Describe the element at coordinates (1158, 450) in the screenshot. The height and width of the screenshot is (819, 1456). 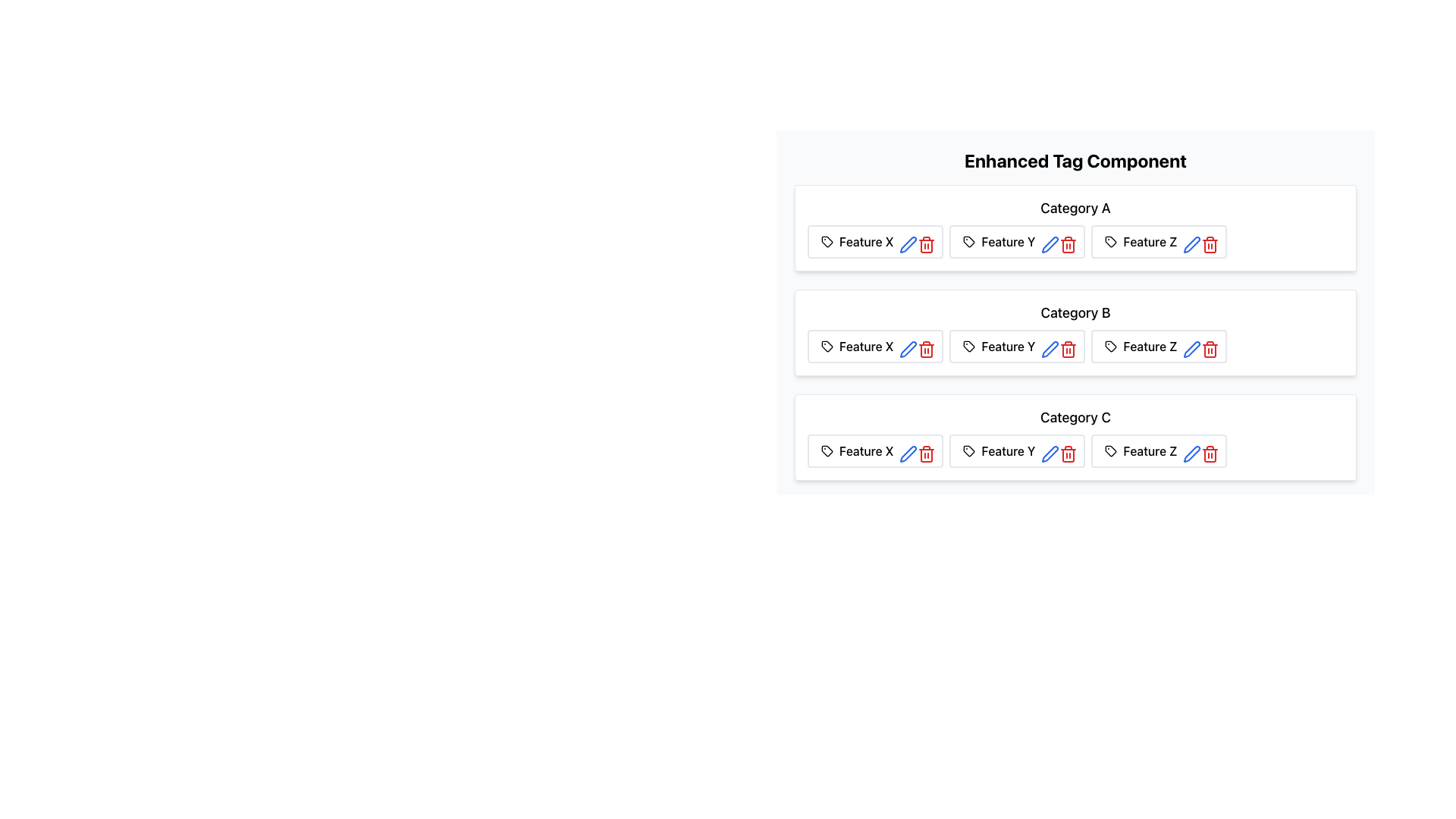
I see `the 'Feature Z' button, which is a rectangular button with a cyan border and background, located within 'Category C' as the third button in its row` at that location.